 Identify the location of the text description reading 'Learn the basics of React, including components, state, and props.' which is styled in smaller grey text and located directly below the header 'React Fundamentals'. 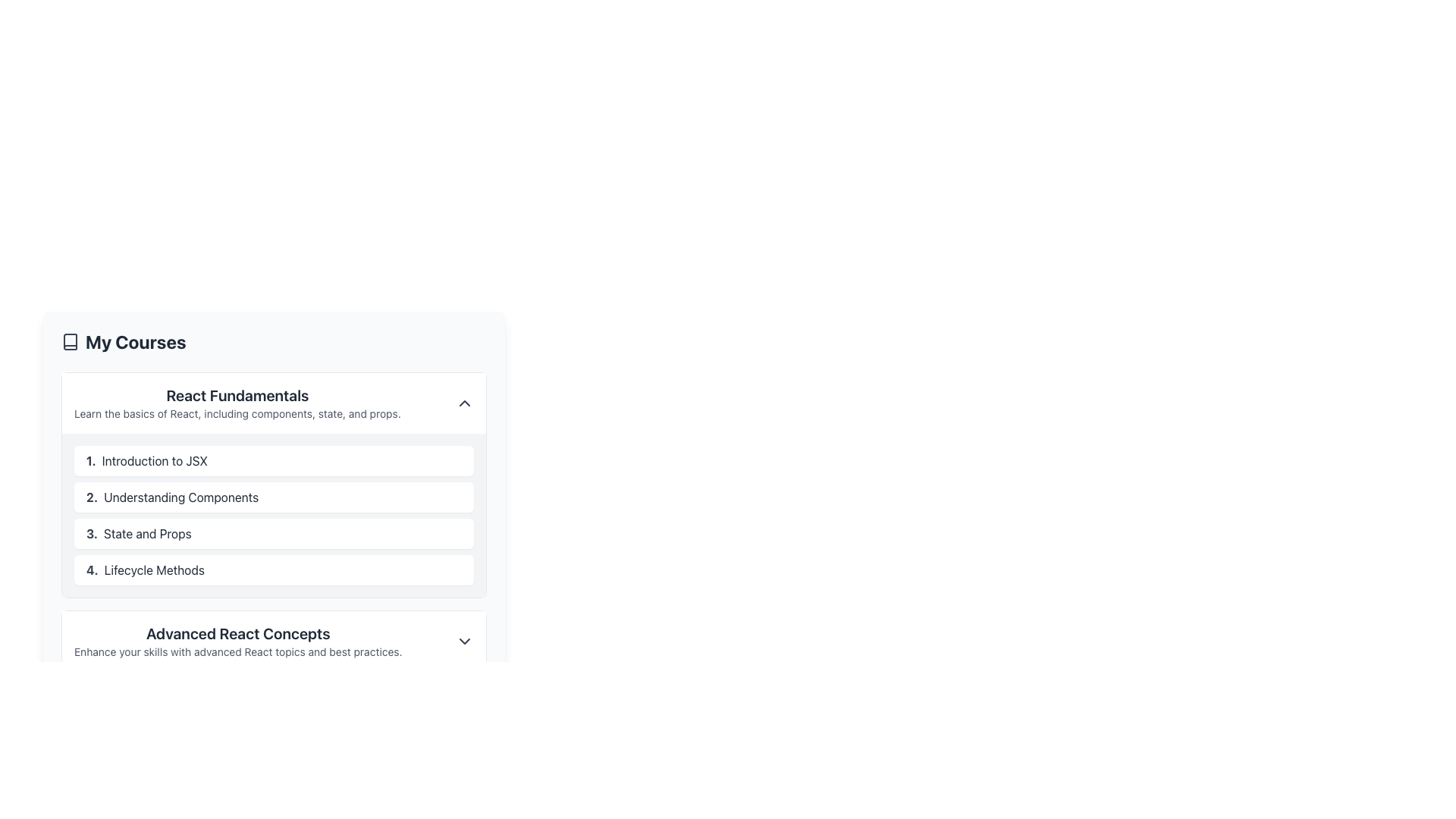
(237, 414).